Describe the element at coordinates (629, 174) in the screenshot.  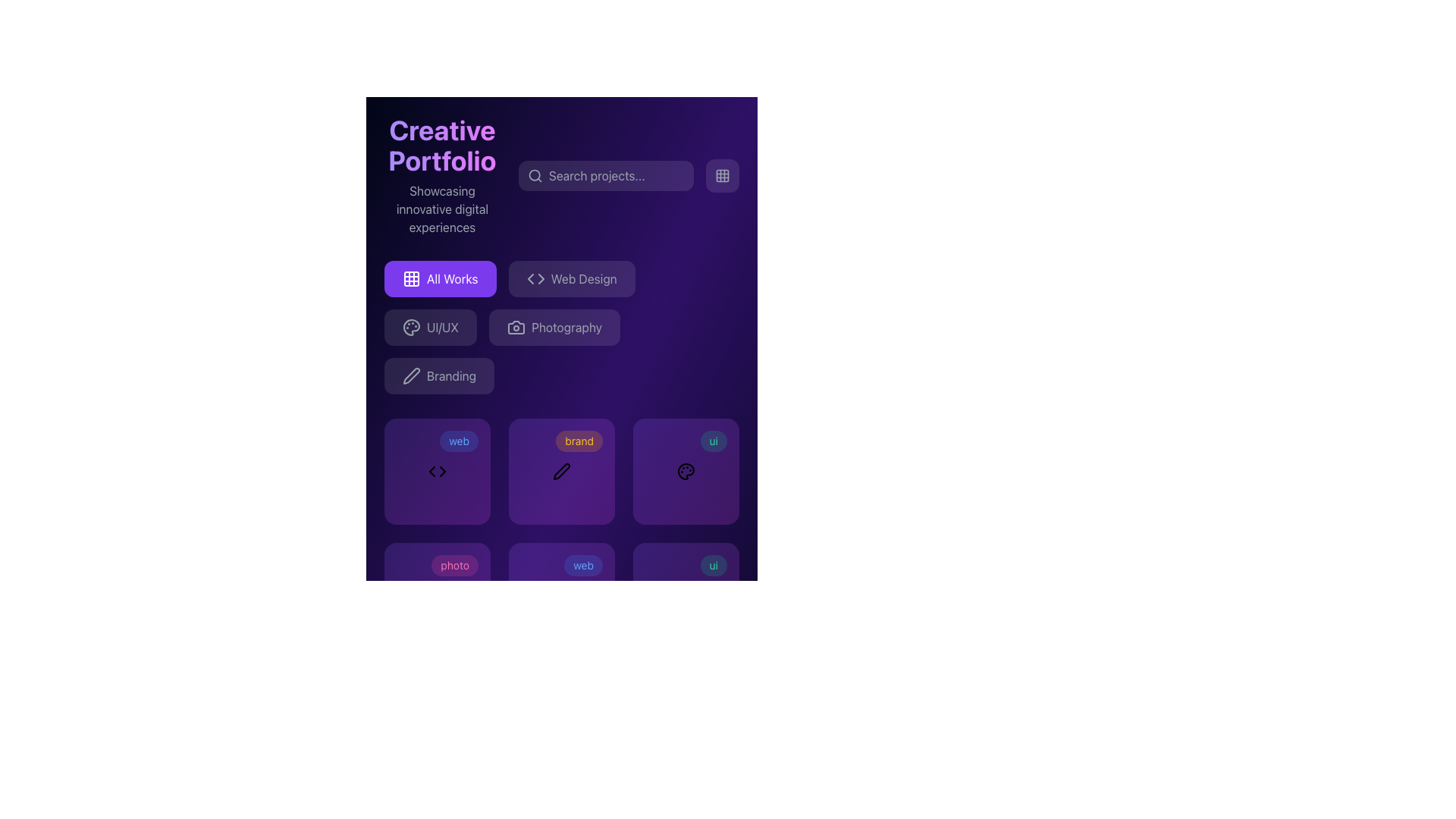
I see `the search input field in the Input Group (Search Bar and Button)` at that location.